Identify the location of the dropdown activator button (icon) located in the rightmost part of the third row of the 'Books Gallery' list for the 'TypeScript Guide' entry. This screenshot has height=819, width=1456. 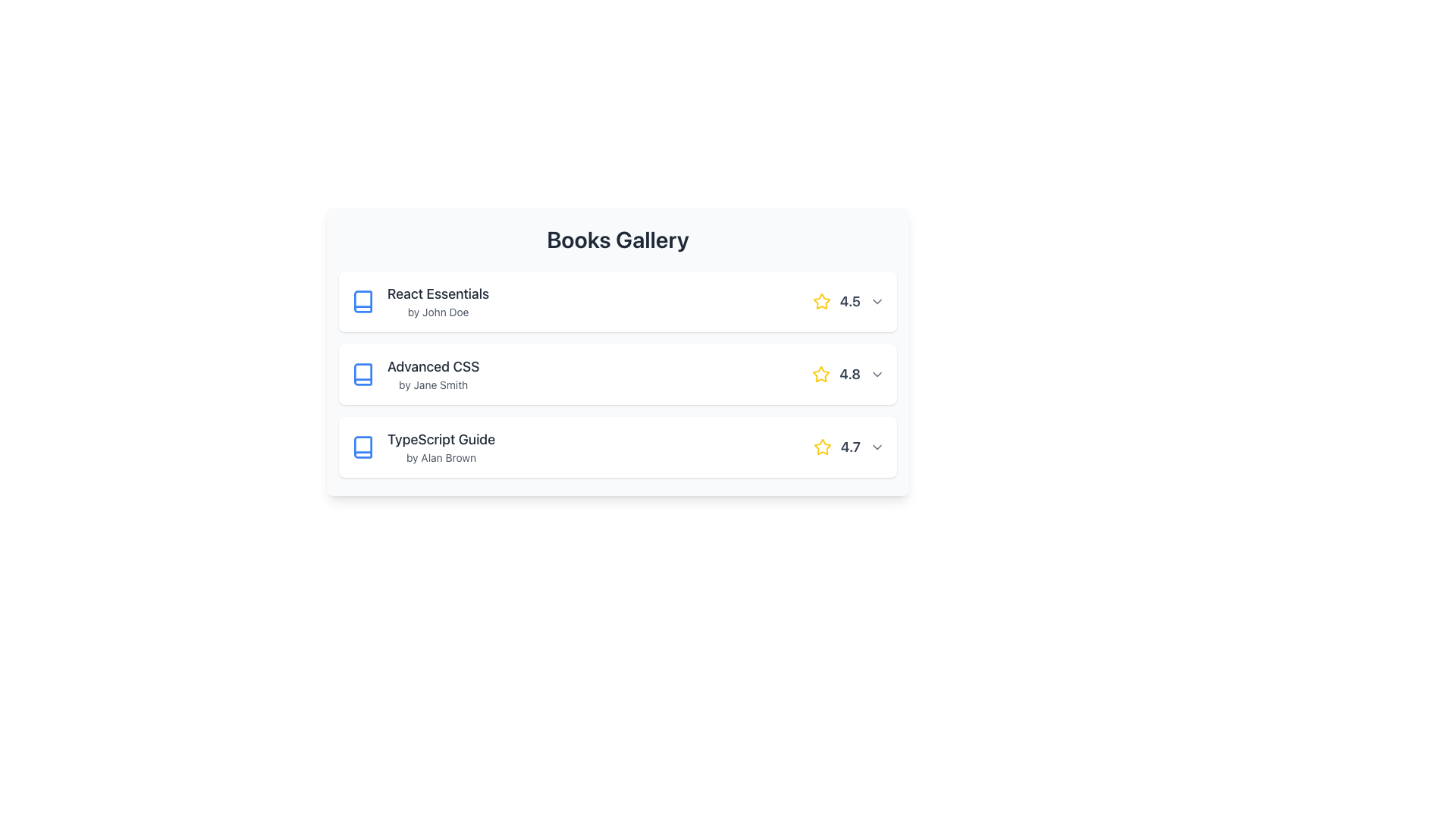
(877, 447).